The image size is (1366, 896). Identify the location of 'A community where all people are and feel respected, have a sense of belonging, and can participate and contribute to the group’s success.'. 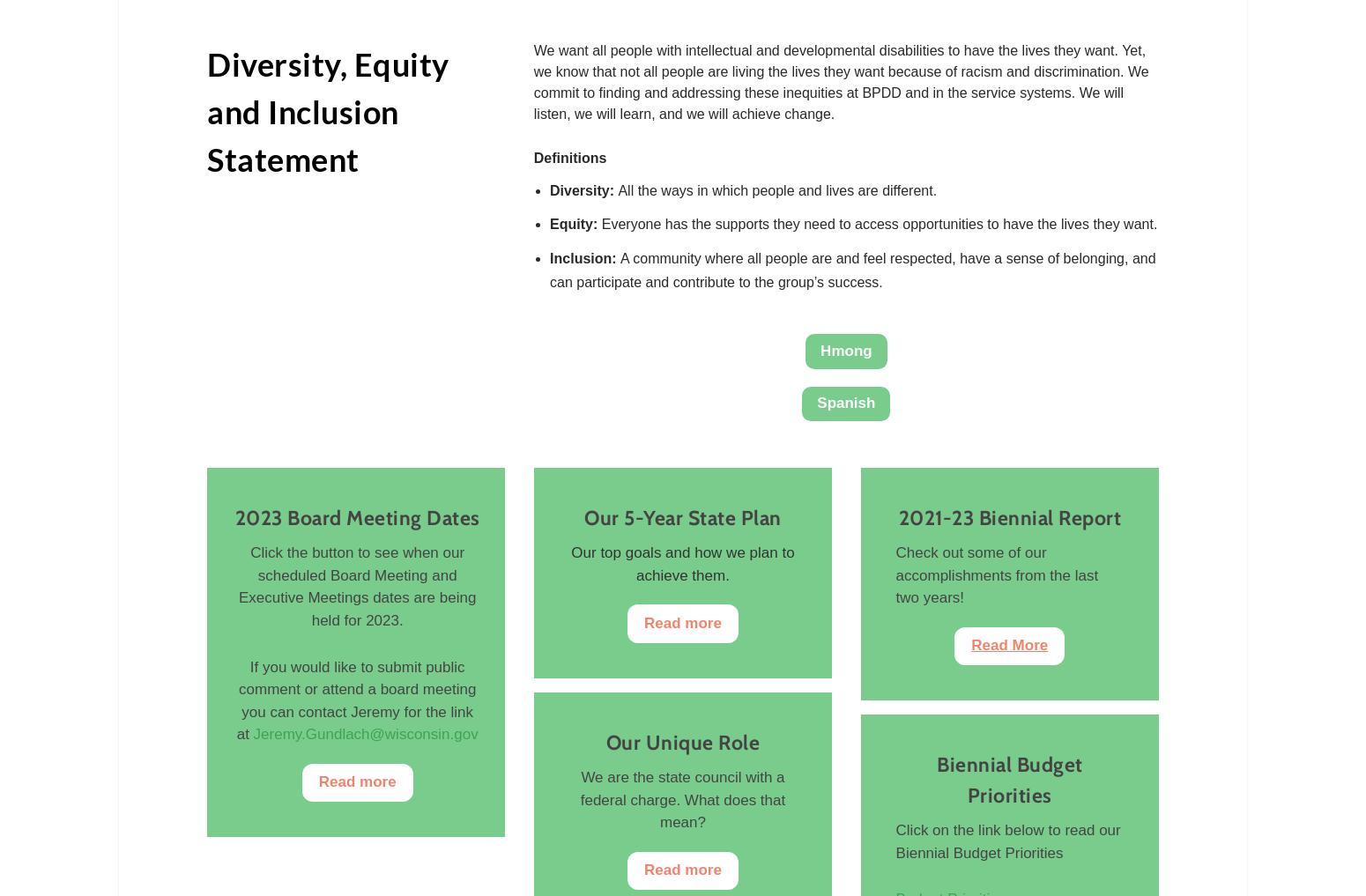
(851, 270).